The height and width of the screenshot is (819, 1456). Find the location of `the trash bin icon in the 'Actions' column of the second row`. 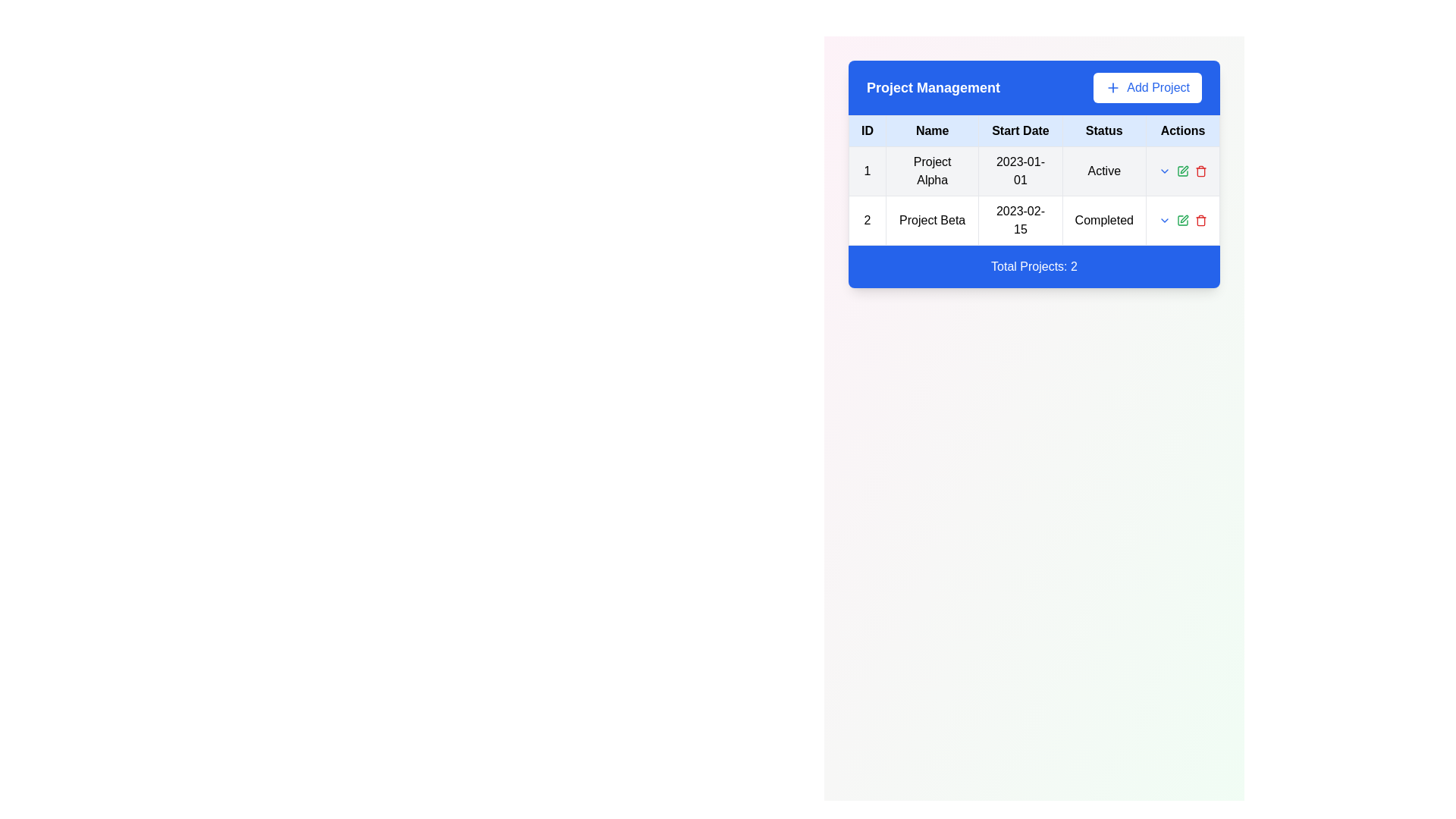

the trash bin icon in the 'Actions' column of the second row is located at coordinates (1200, 221).